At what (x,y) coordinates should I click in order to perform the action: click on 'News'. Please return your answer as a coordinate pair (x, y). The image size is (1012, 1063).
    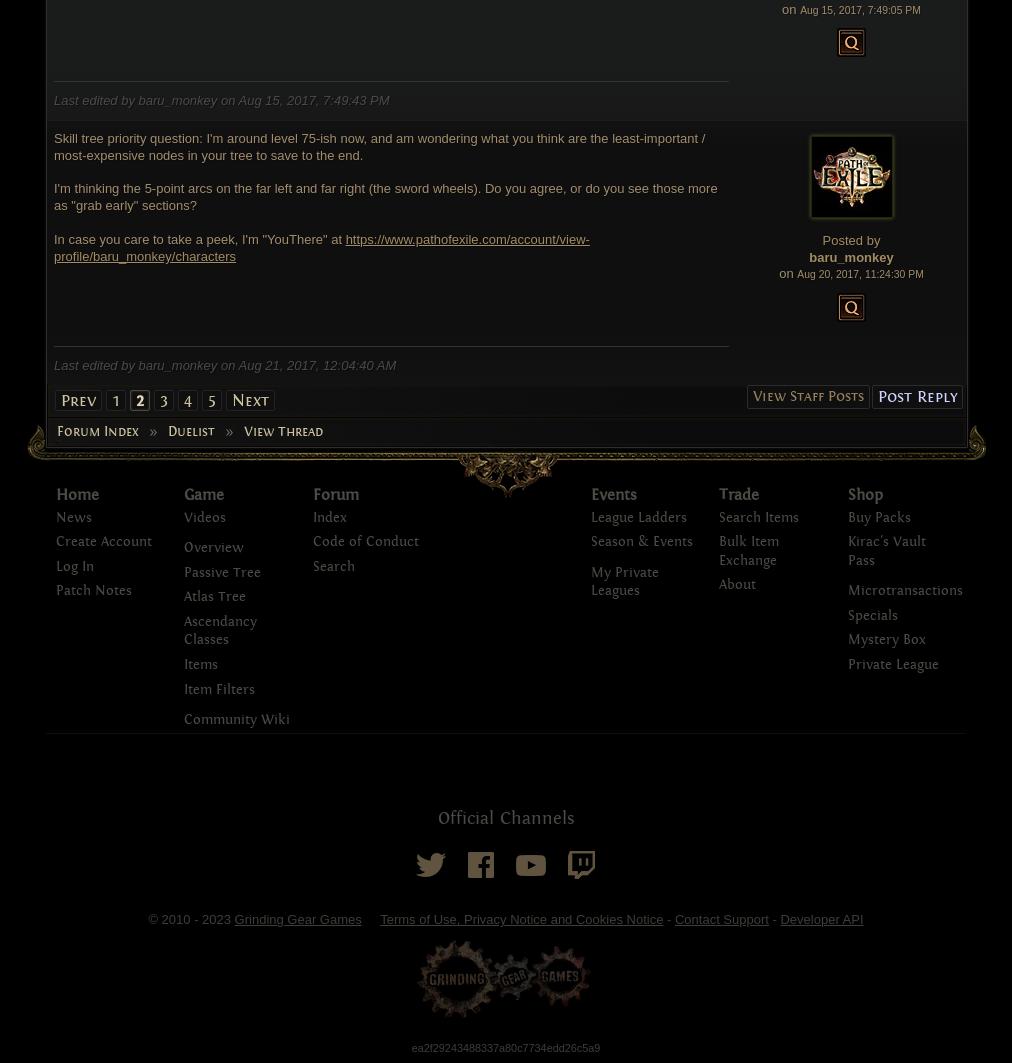
    Looking at the image, I should click on (54, 516).